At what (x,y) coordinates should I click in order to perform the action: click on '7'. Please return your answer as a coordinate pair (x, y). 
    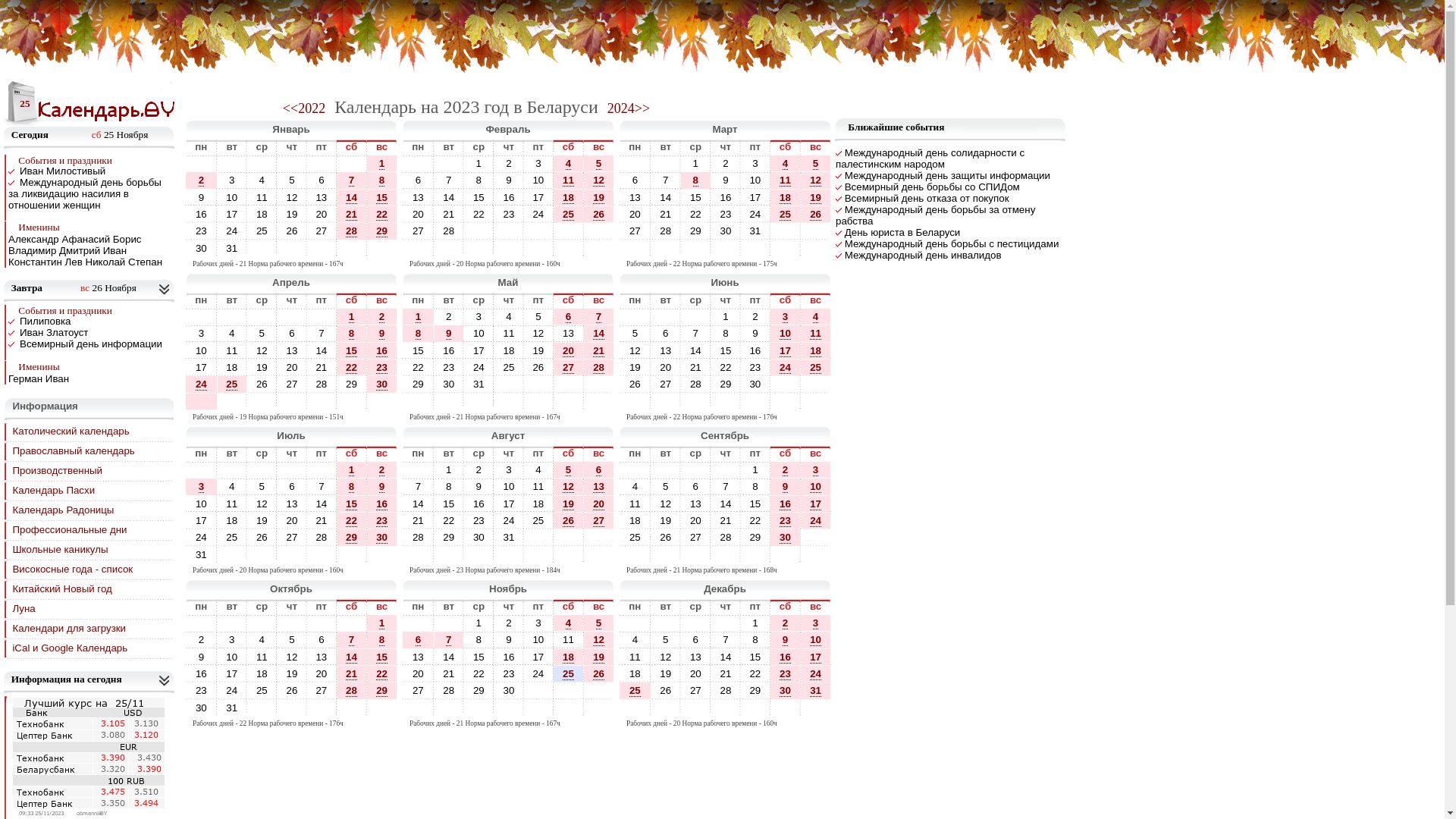
    Looking at the image, I should click on (447, 179).